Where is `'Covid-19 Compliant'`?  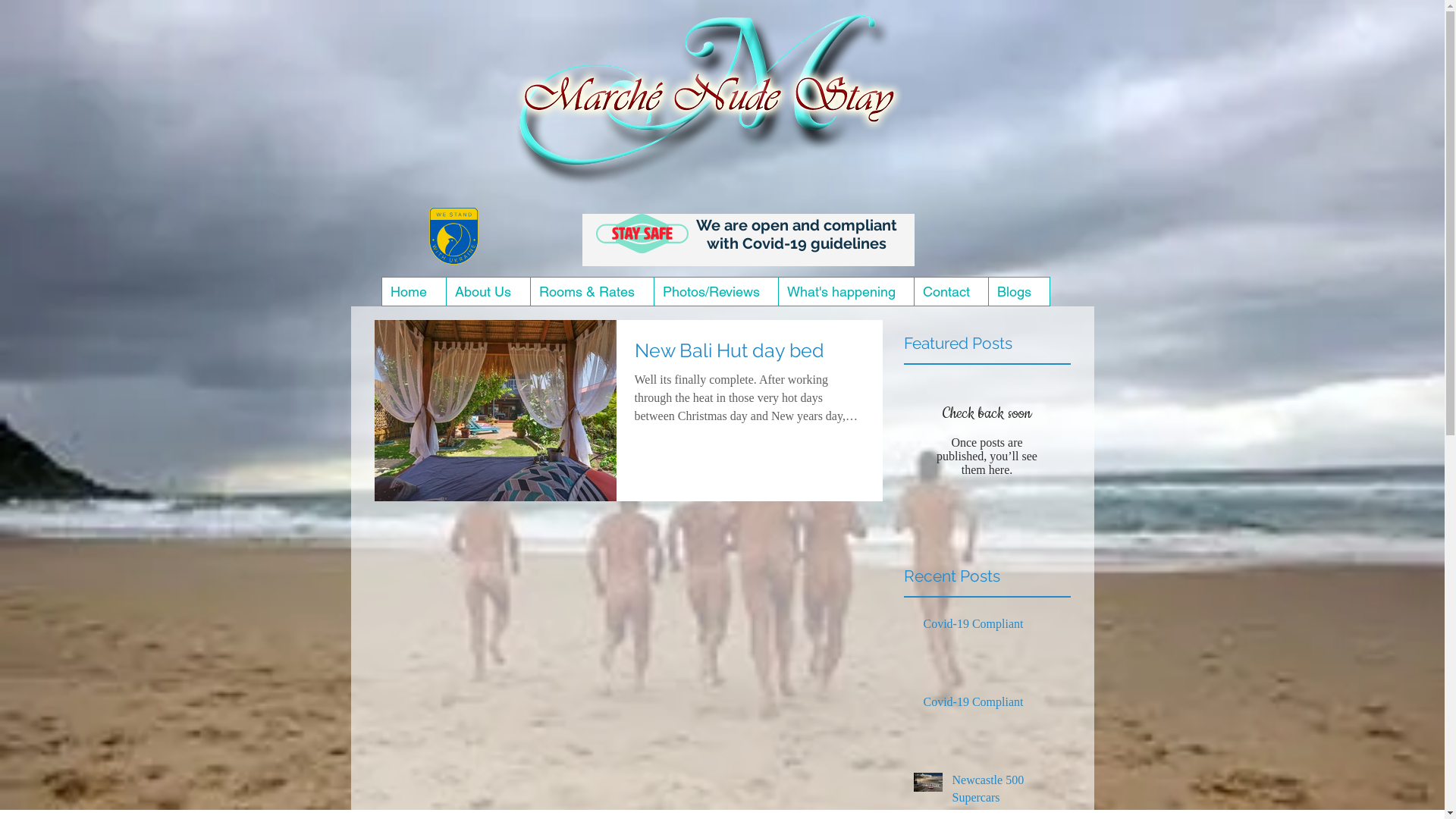
'Covid-19 Compliant' is located at coordinates (993, 704).